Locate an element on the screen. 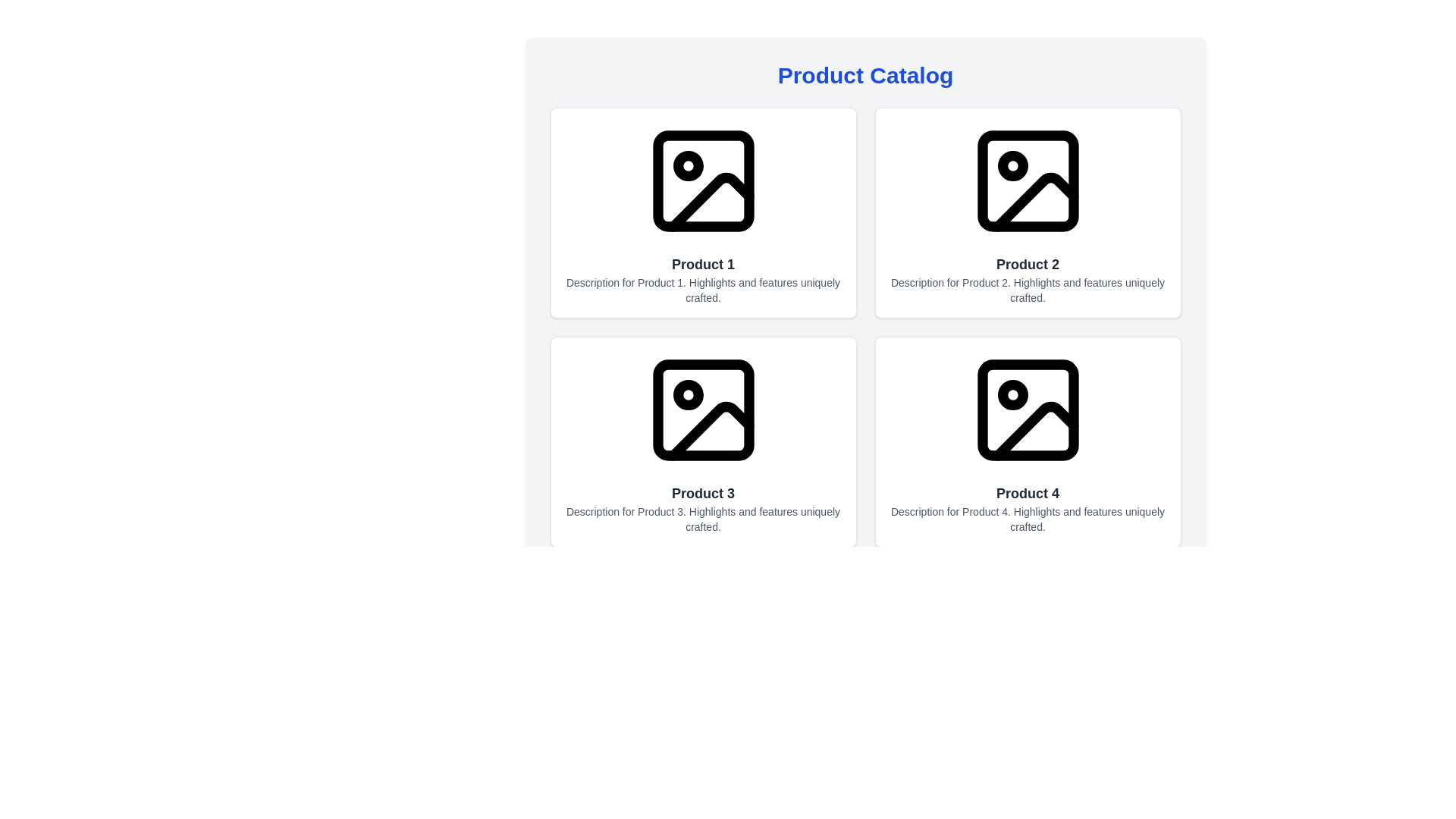  the Decorative component of the image placeholder icon located in the bottom-left of the 'Product 3' card within the SVG graphic is located at coordinates (702, 409).